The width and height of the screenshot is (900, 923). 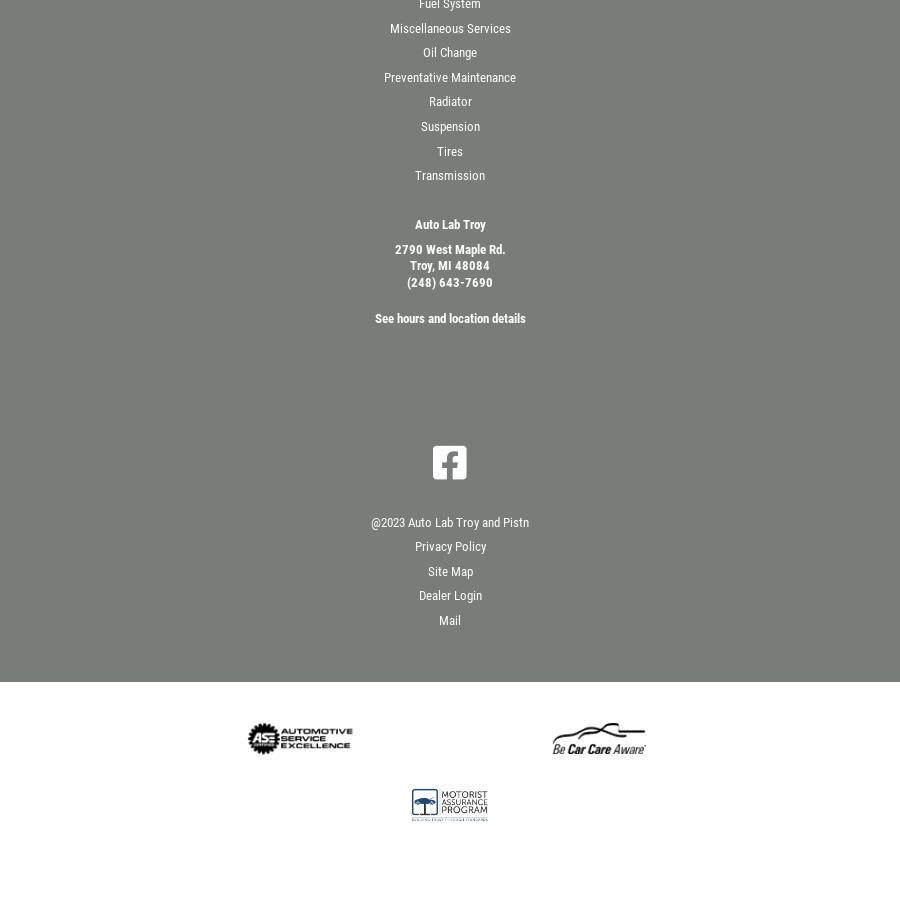 What do you see at coordinates (449, 318) in the screenshot?
I see `'See hours and location details'` at bounding box center [449, 318].